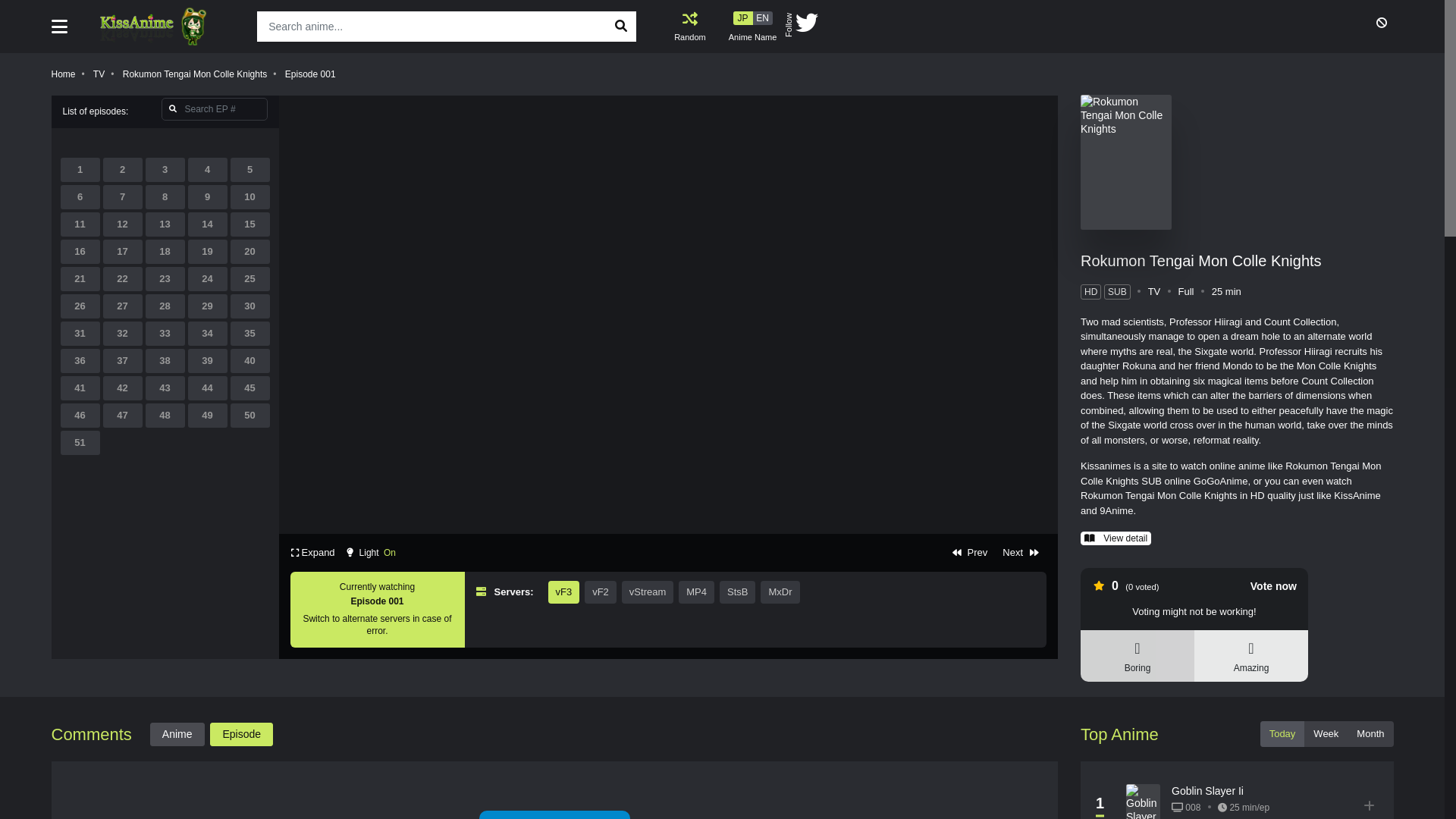 The height and width of the screenshot is (819, 1456). What do you see at coordinates (206, 224) in the screenshot?
I see `'14'` at bounding box center [206, 224].